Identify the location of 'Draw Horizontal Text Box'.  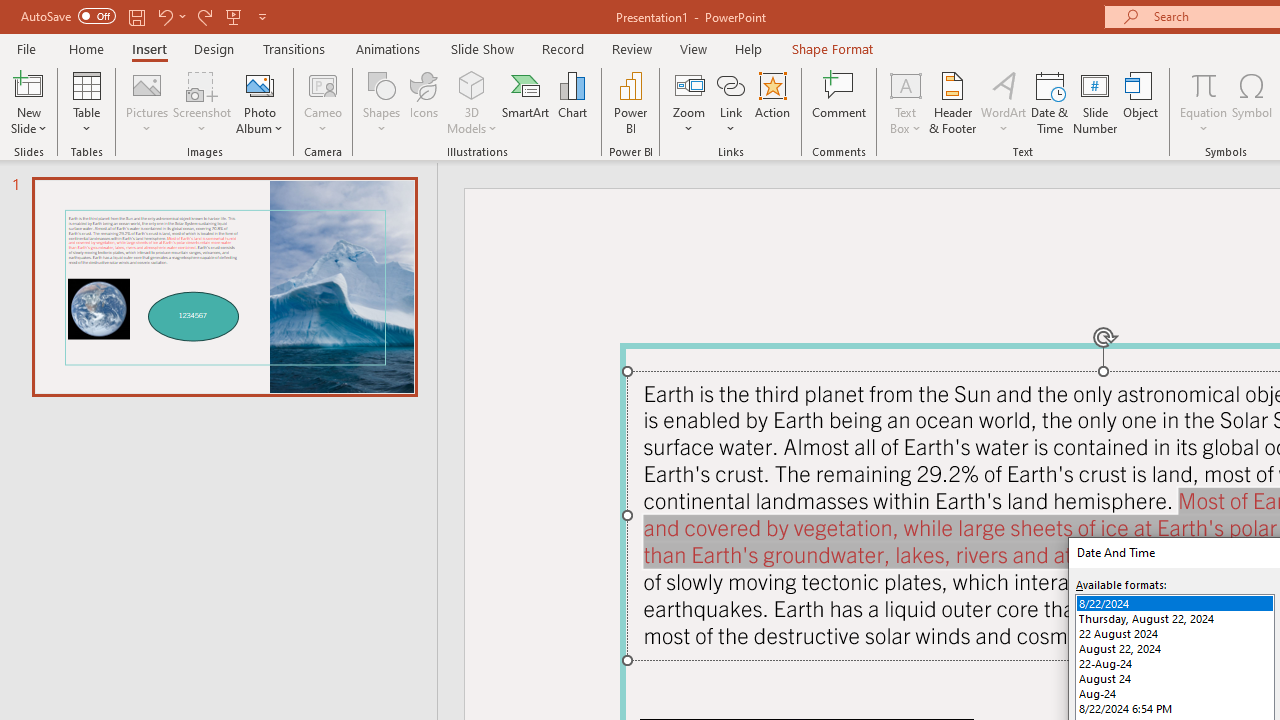
(904, 84).